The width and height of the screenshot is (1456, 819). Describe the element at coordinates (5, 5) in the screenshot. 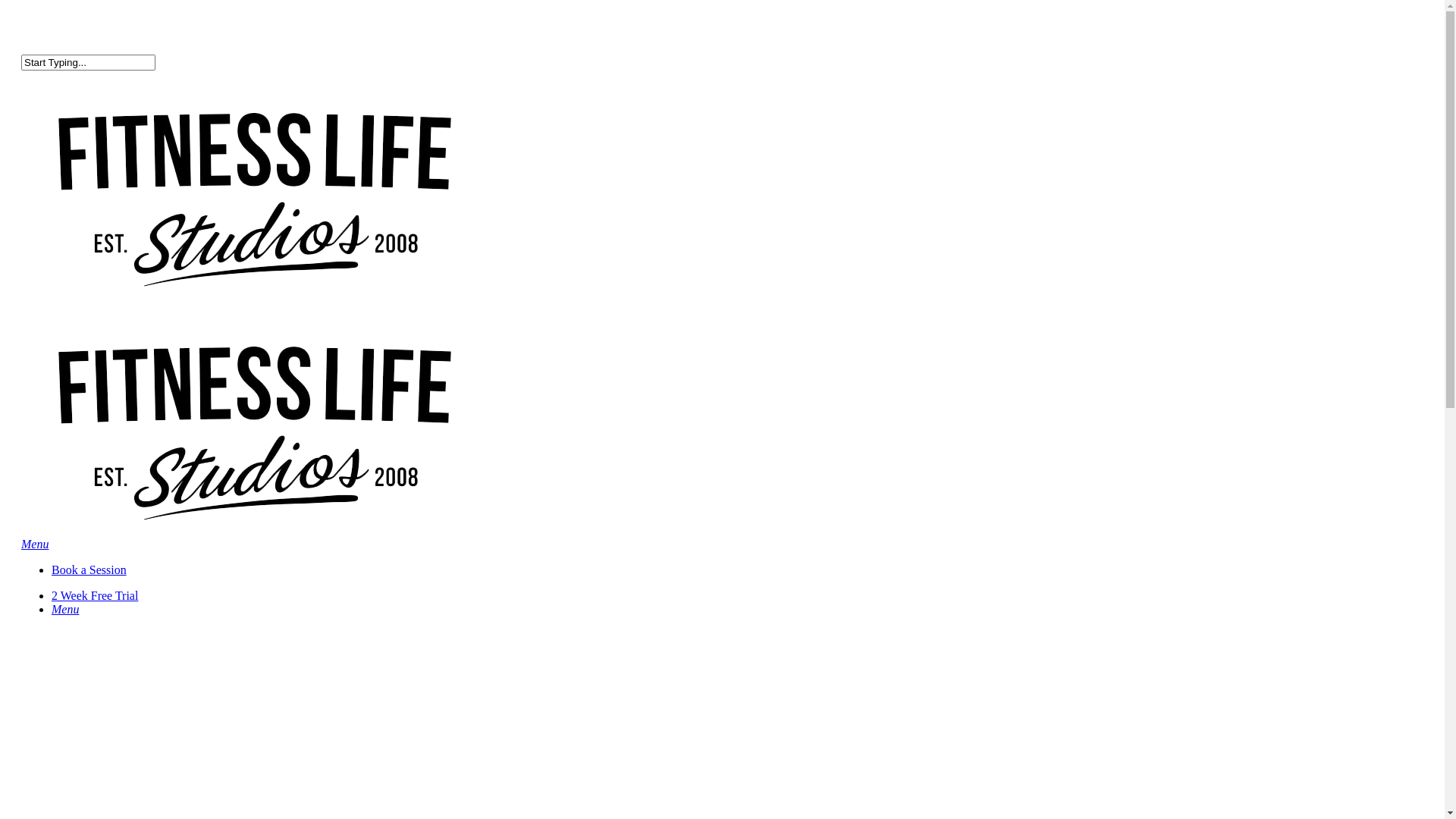

I see `'Skip to main content'` at that location.